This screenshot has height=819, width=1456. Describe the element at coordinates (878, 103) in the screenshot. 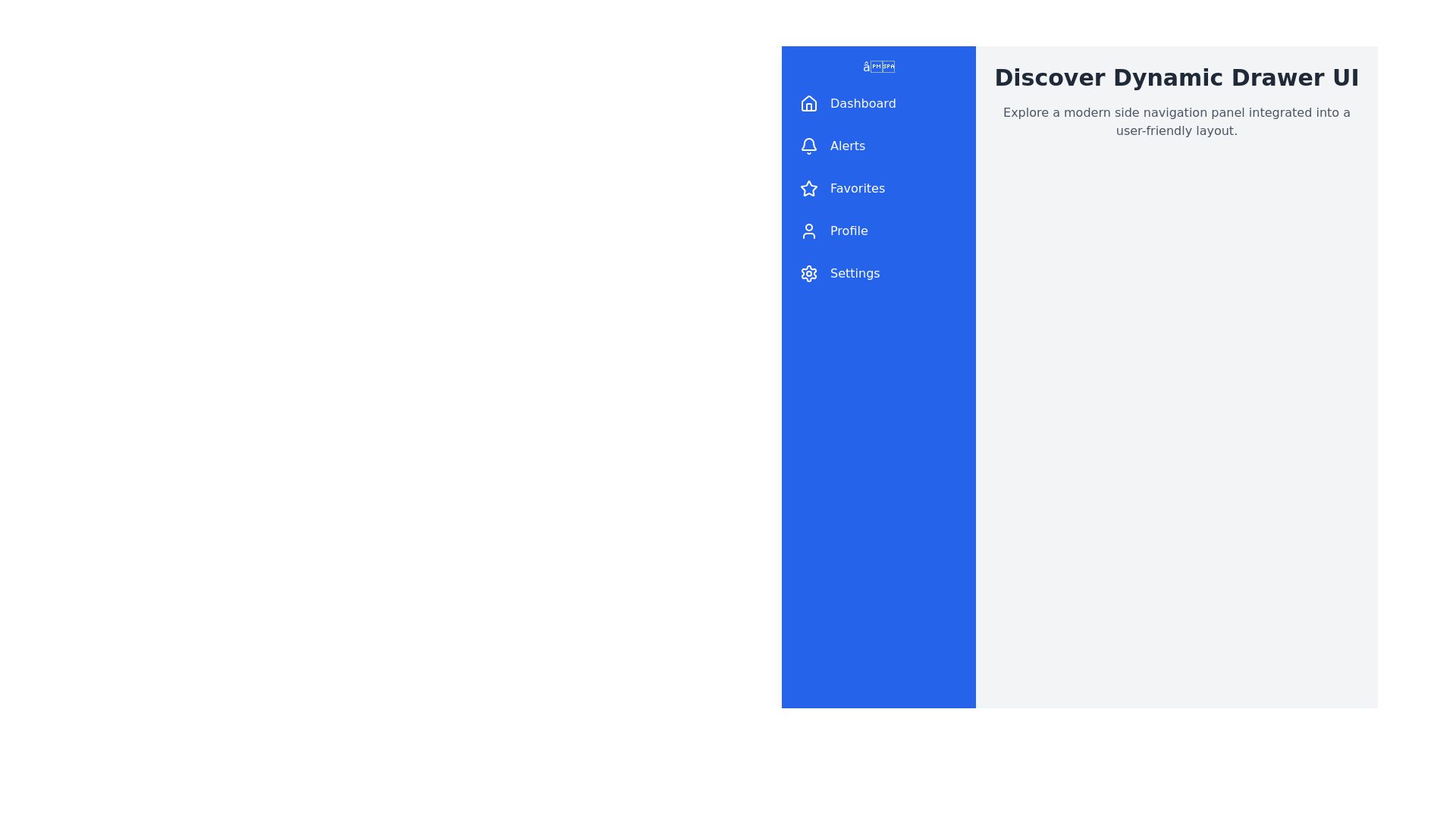

I see `the navigation button located in the blue sidebar that redirects to the dashboard section of the application` at that location.